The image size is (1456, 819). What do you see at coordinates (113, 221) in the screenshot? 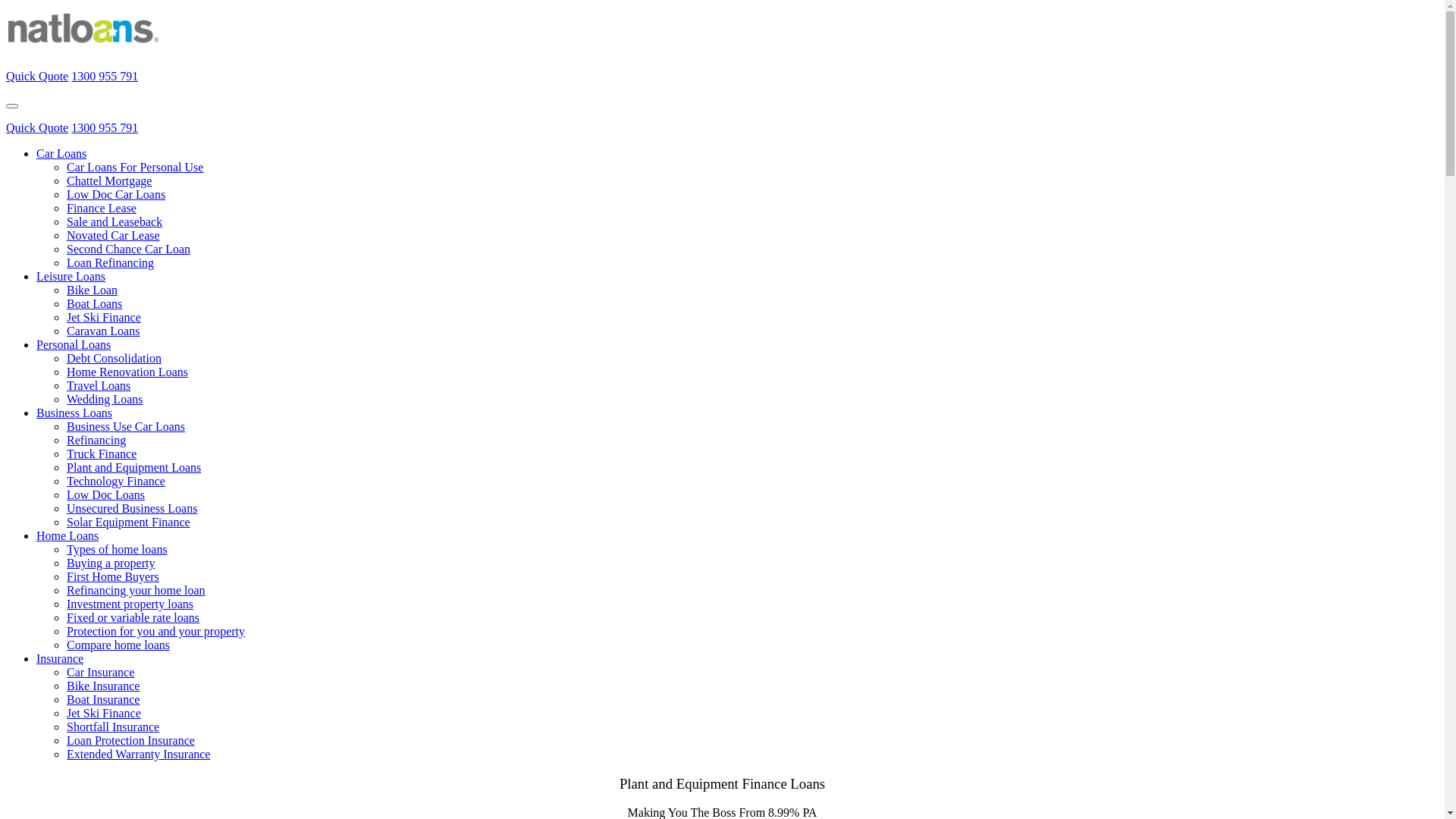
I see `'Sale and Leaseback'` at bounding box center [113, 221].